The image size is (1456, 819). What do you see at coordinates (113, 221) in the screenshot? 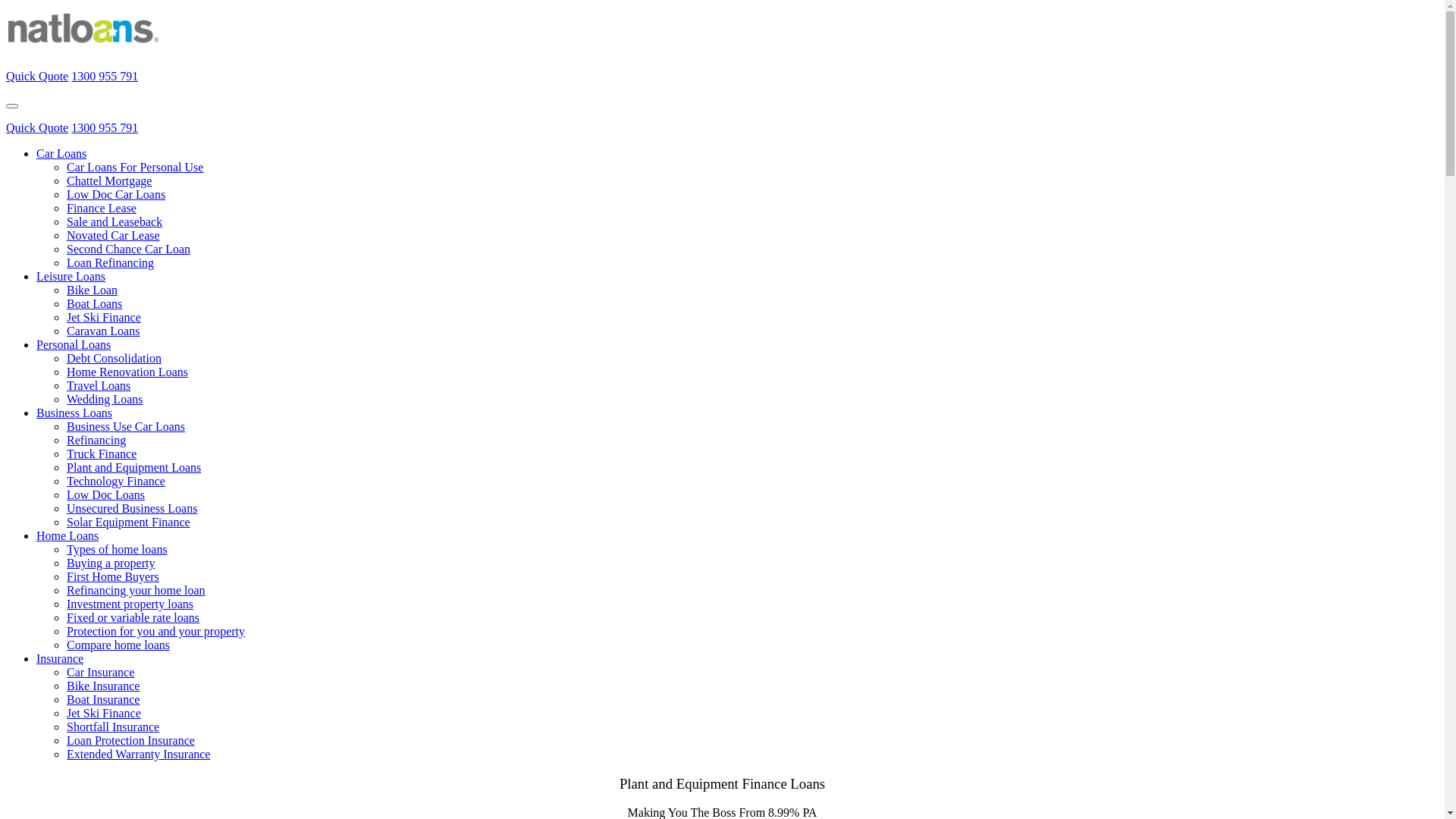
I see `'Sale and Leaseback'` at bounding box center [113, 221].